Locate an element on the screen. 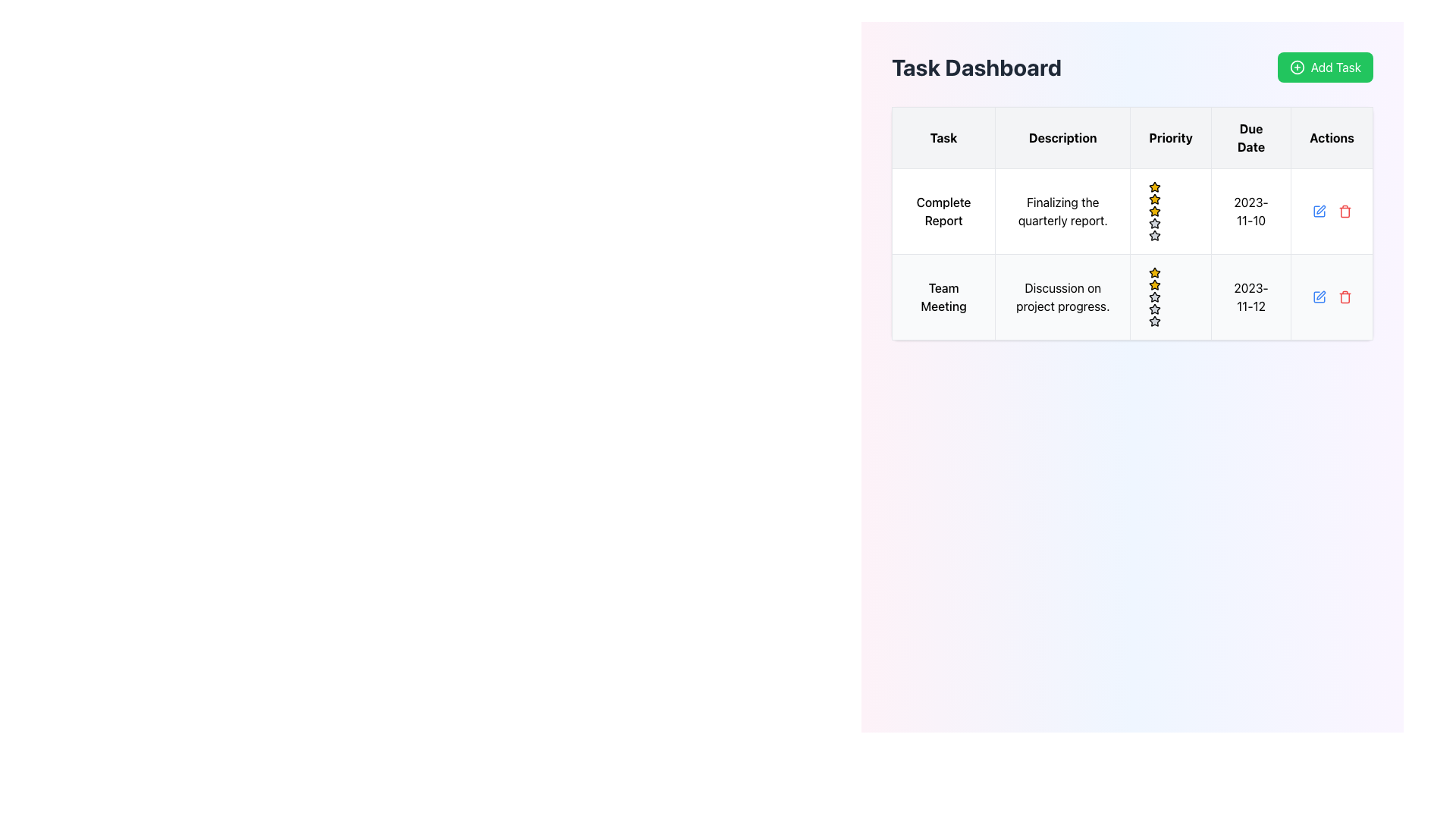 Image resolution: width=1456 pixels, height=819 pixels. the second star in the five-star rating row under the 'Priority' column for the 'Team Meeting' task to rate it is located at coordinates (1154, 271).